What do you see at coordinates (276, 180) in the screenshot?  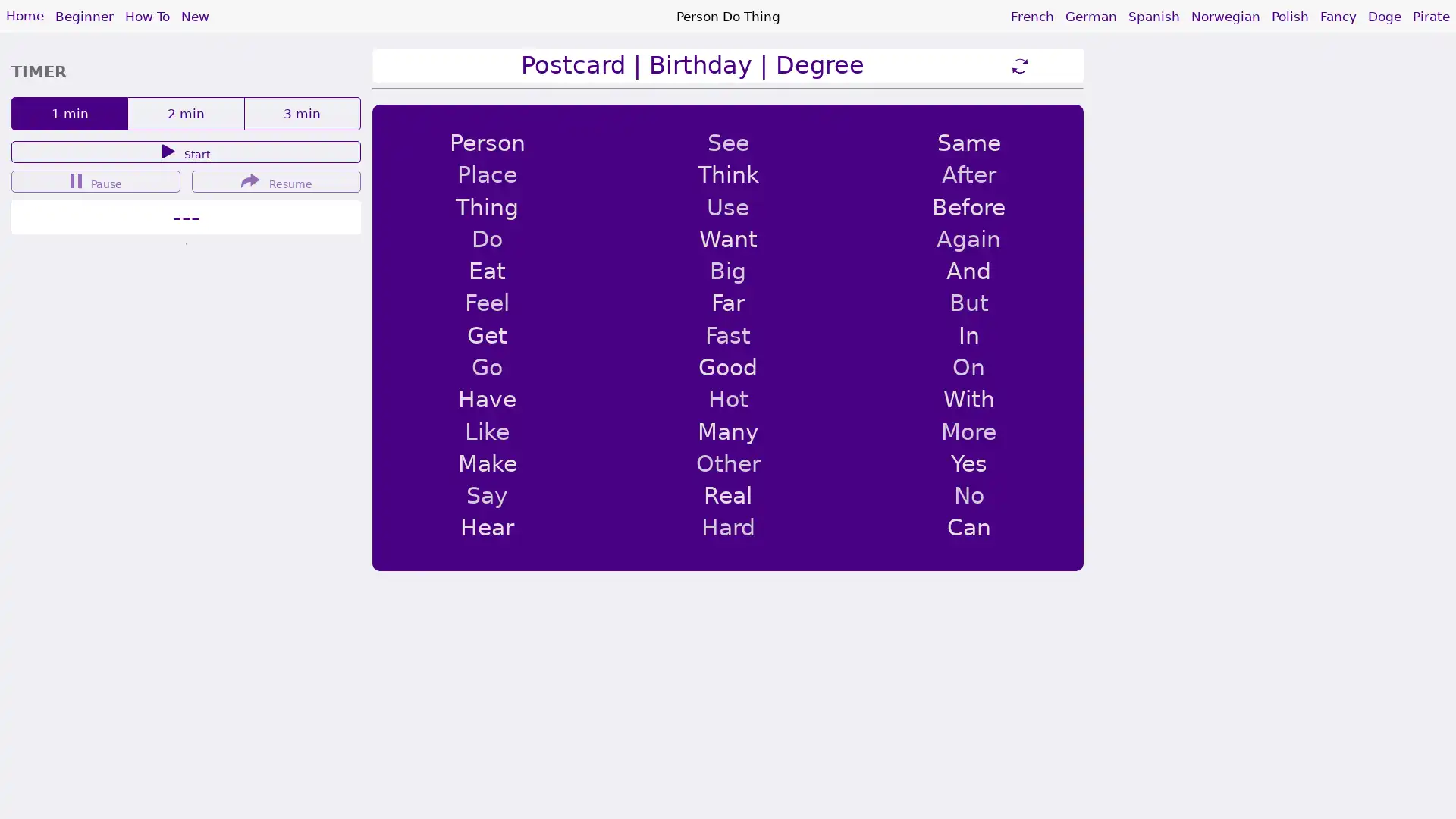 I see `forward_fill   Resume` at bounding box center [276, 180].